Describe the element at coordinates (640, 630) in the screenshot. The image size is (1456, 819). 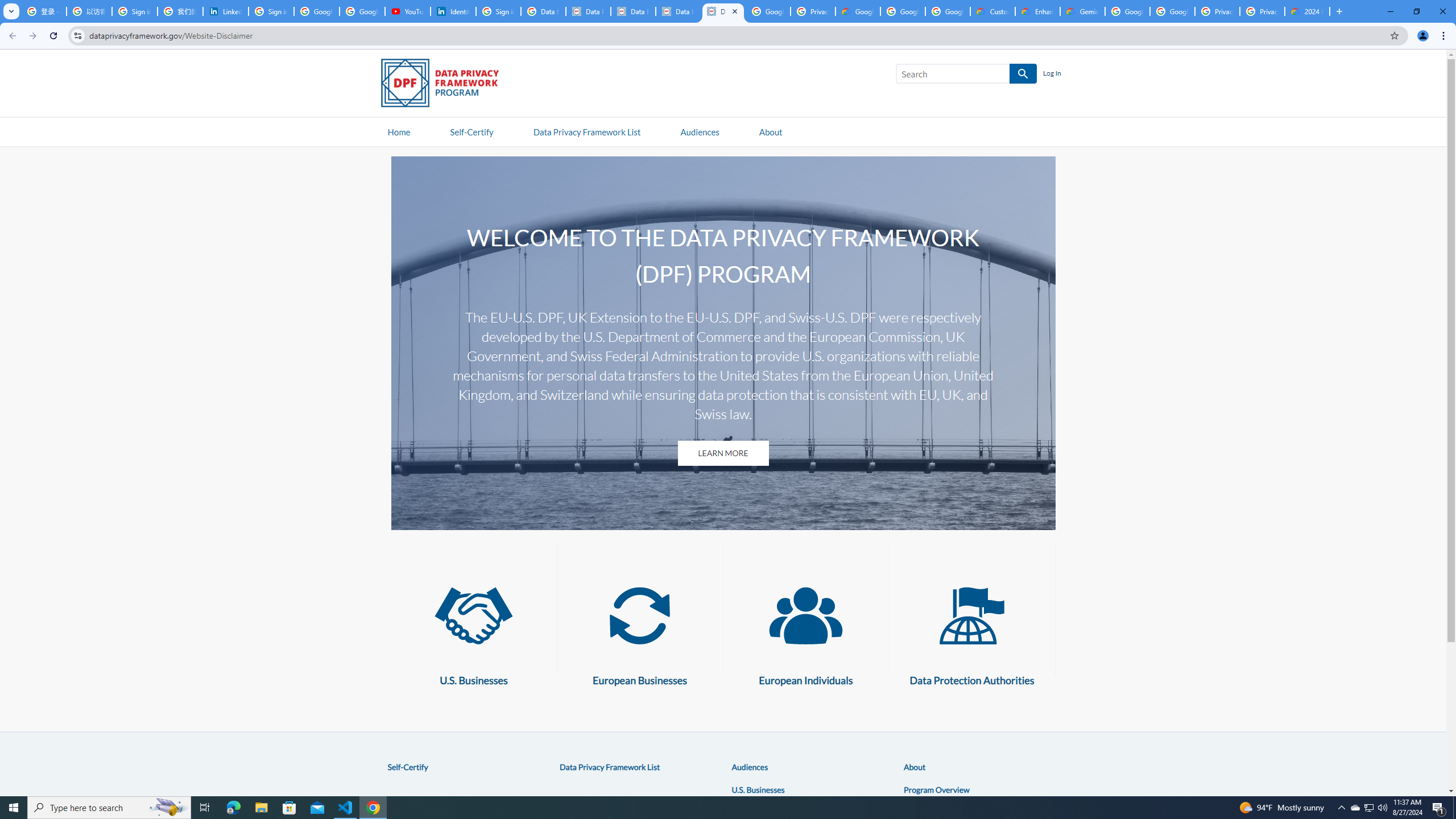
I see `'European Businesses European Businesses'` at that location.